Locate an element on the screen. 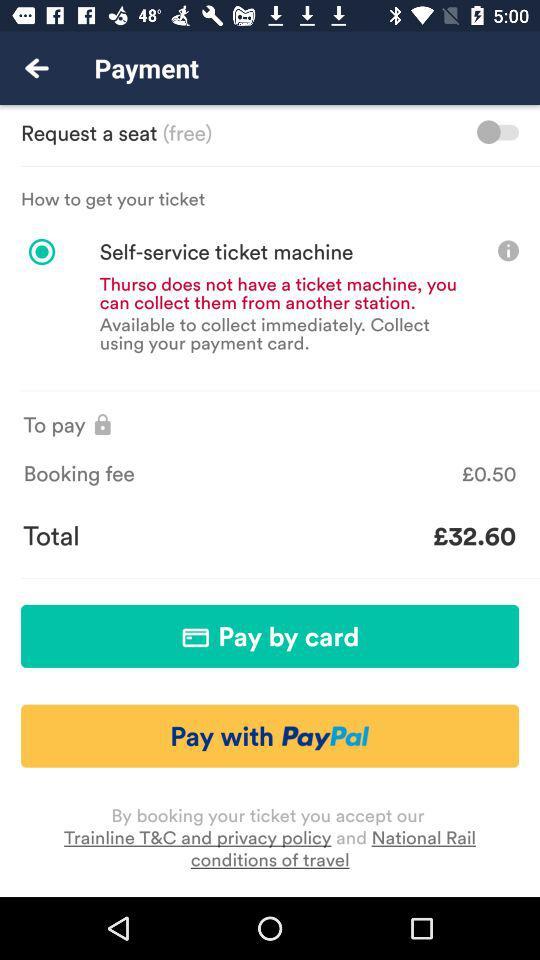 This screenshot has width=540, height=960. self service ticket icon is located at coordinates (198, 251).